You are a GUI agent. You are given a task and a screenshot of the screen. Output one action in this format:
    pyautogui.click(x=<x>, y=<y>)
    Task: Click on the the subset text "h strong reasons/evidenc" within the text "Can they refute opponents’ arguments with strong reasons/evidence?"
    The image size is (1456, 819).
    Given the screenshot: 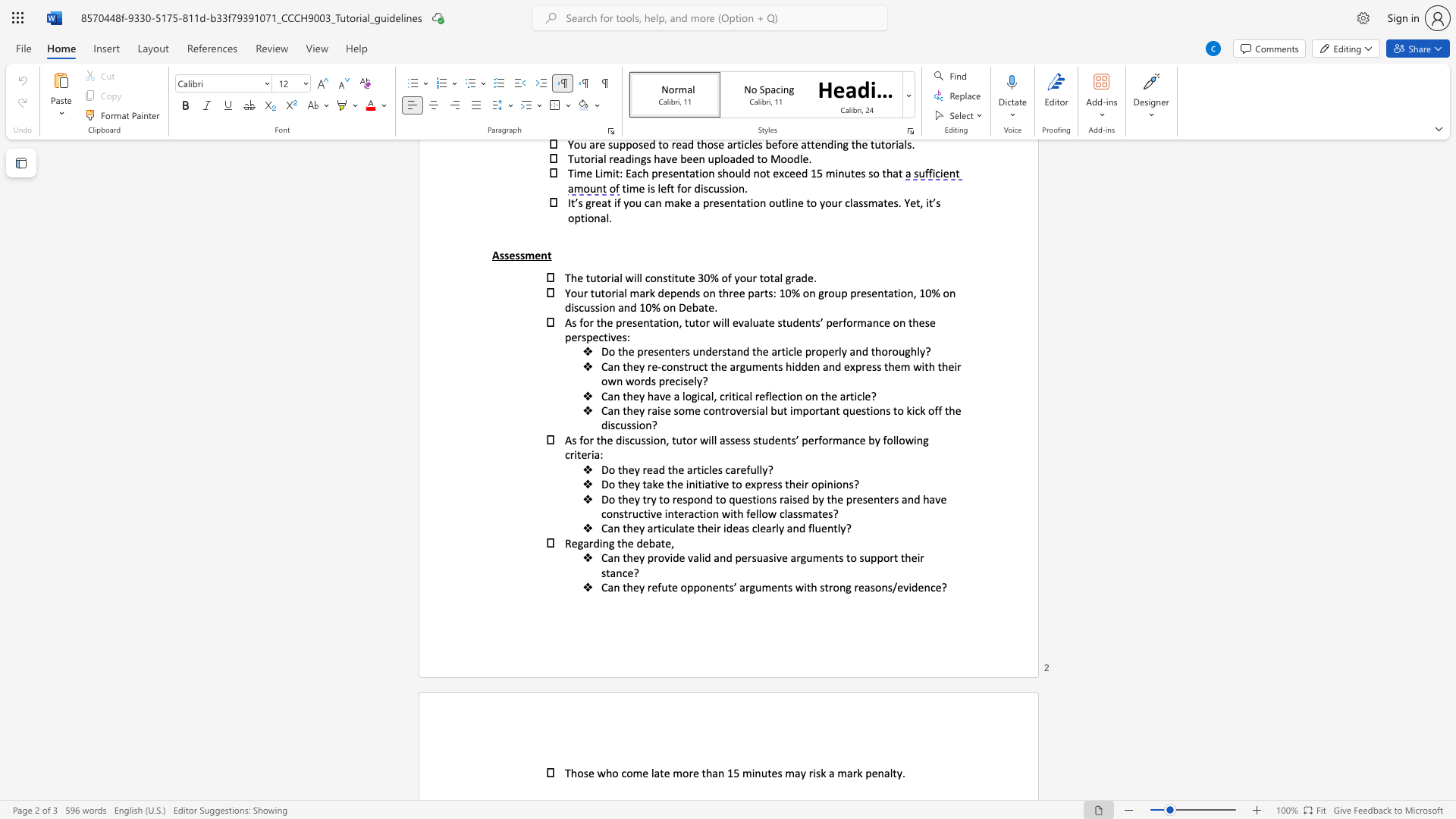 What is the action you would take?
    pyautogui.click(x=810, y=586)
    